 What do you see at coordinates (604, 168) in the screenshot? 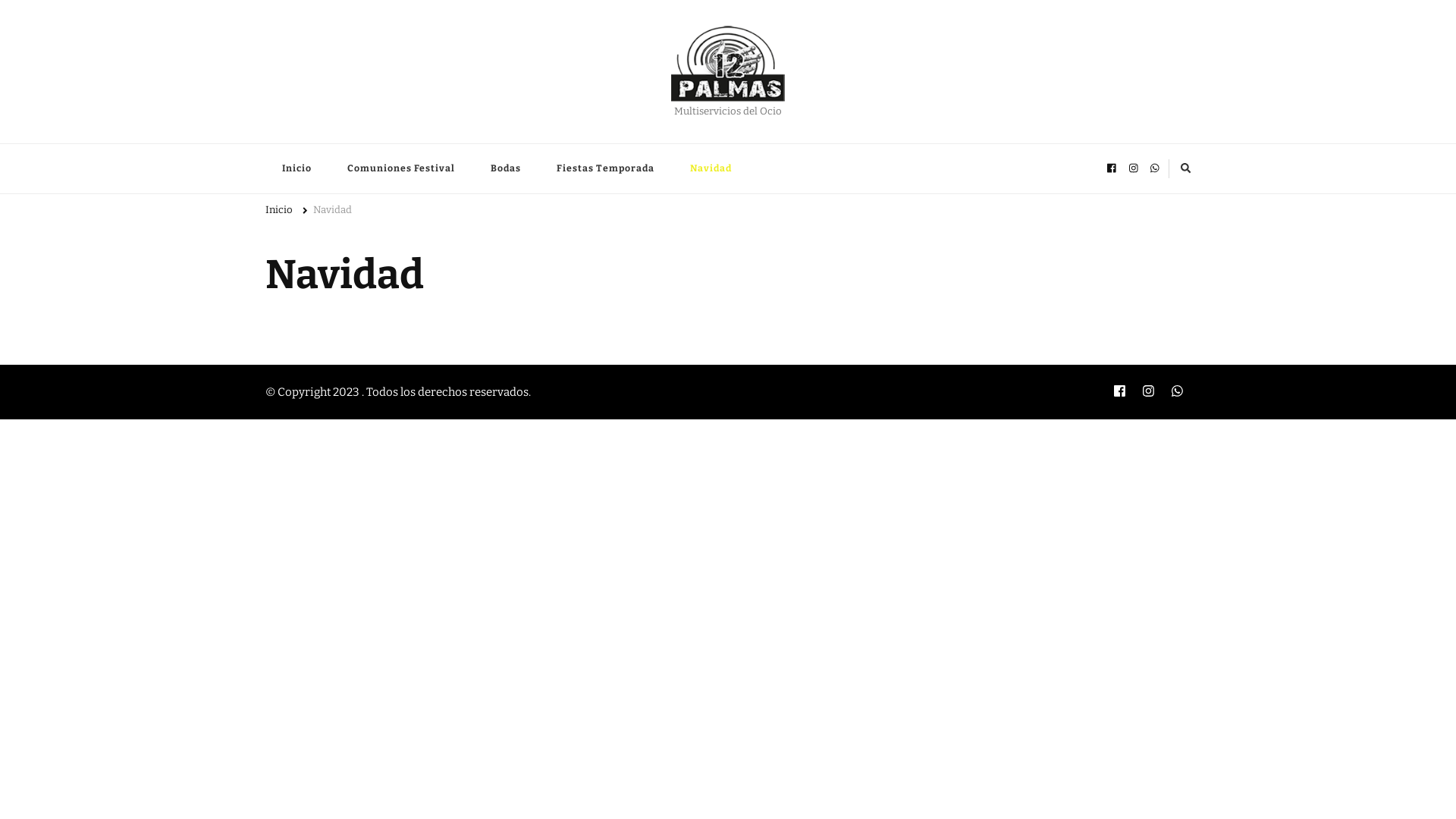
I see `'Fiestas Temporada'` at bounding box center [604, 168].